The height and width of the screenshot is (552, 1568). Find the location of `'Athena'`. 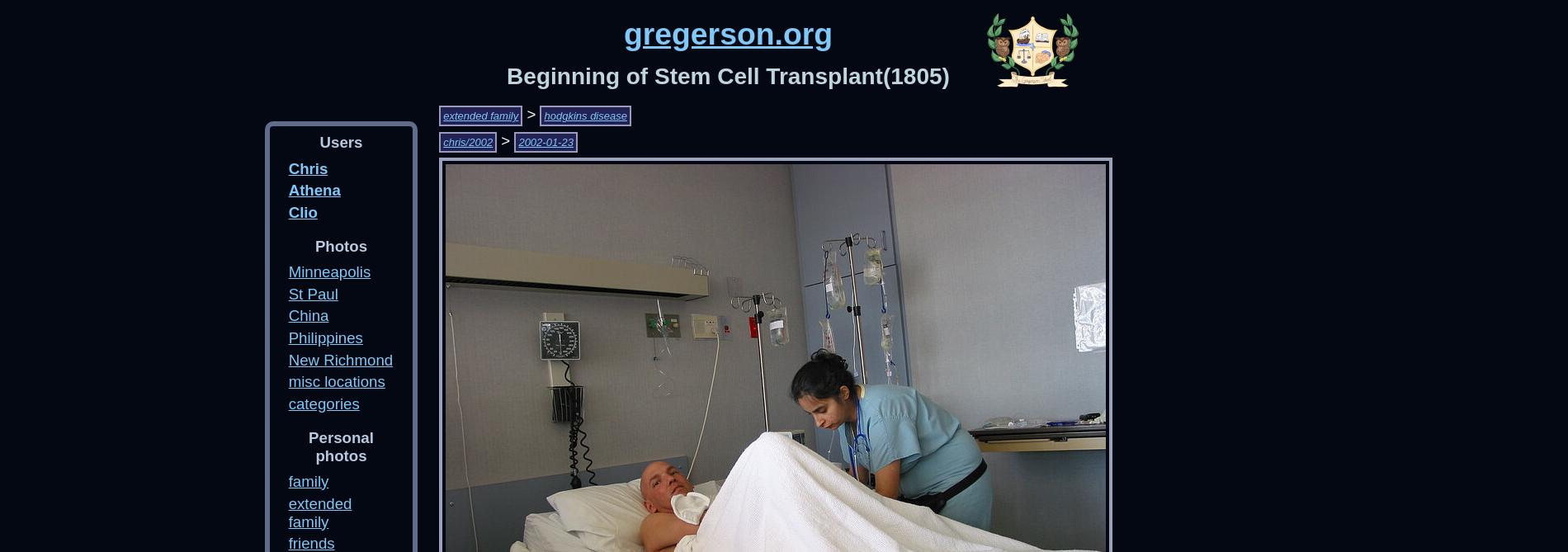

'Athena' is located at coordinates (313, 190).